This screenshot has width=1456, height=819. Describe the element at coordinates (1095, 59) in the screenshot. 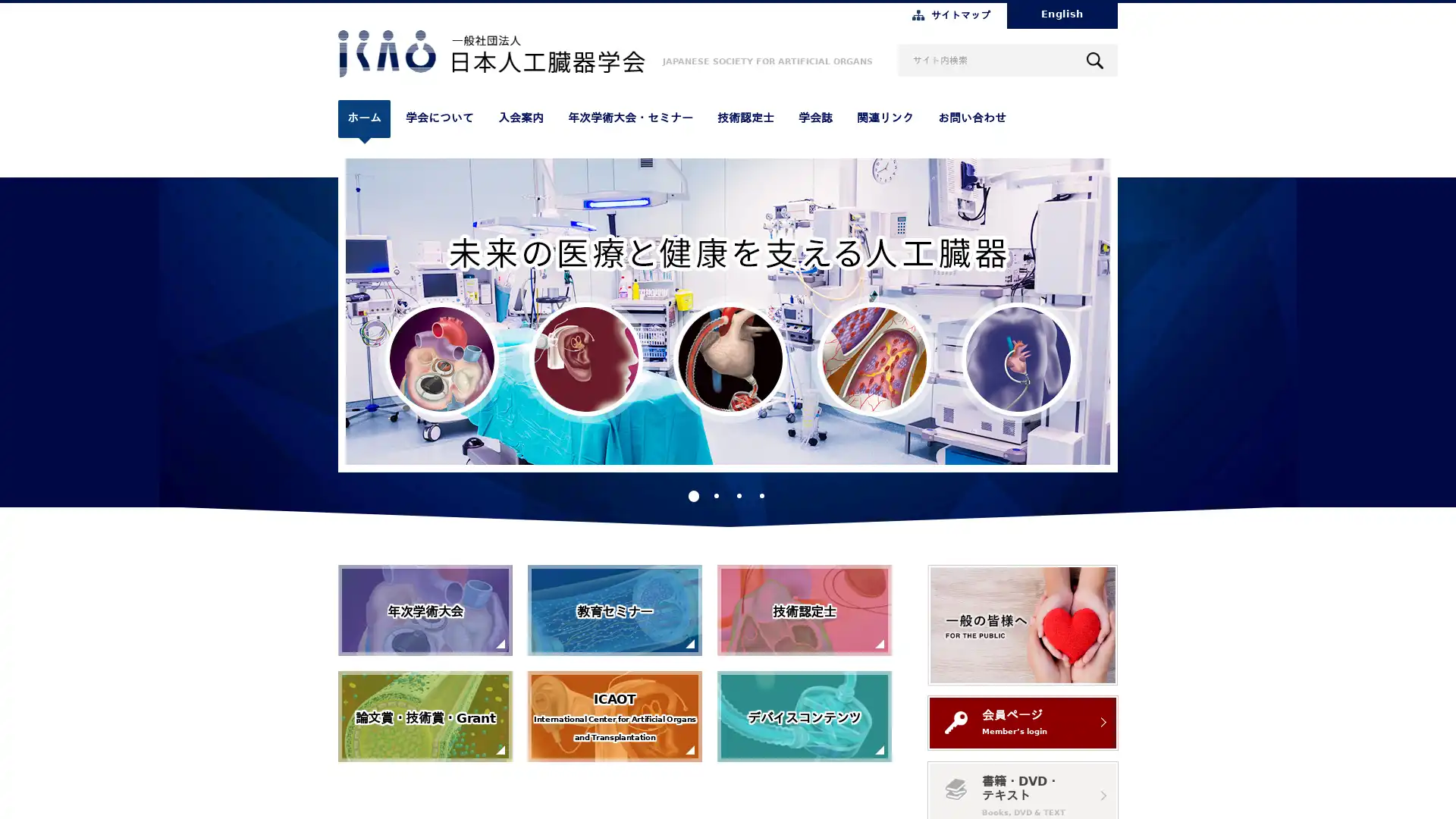

I see `Search` at that location.